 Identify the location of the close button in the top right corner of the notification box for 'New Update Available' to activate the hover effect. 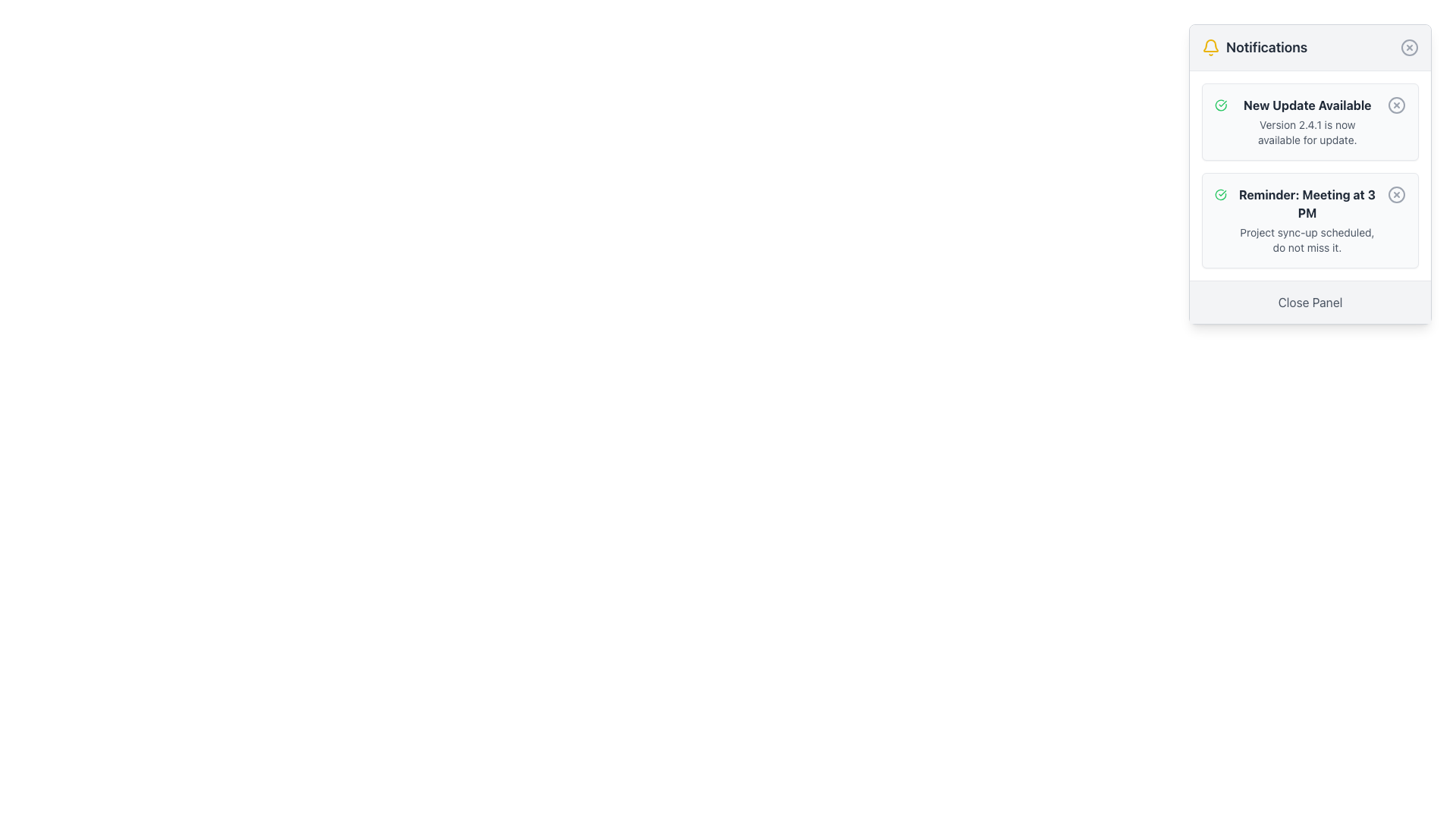
(1396, 104).